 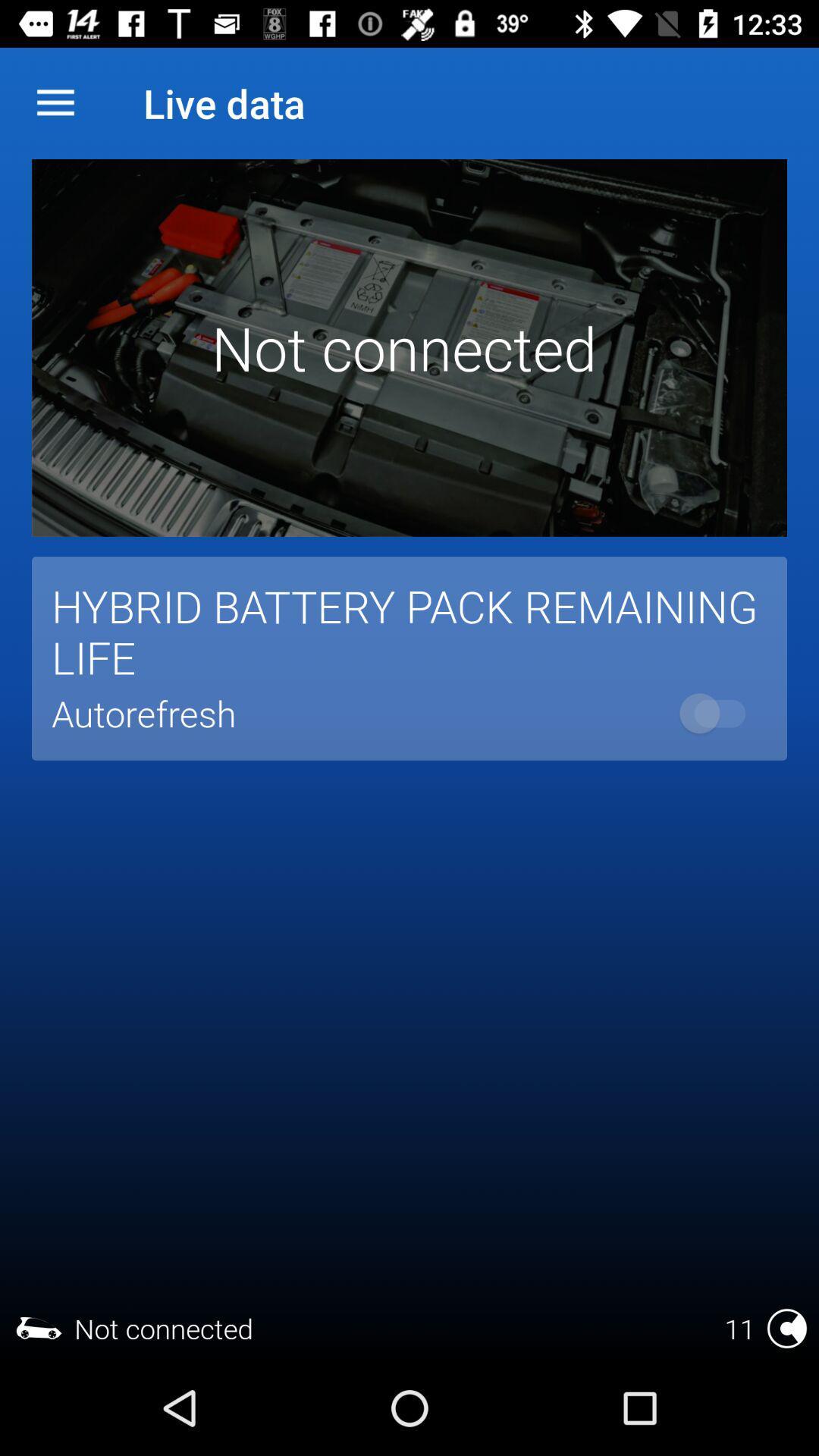 What do you see at coordinates (786, 1328) in the screenshot?
I see `the icon which is right to the number 11` at bounding box center [786, 1328].